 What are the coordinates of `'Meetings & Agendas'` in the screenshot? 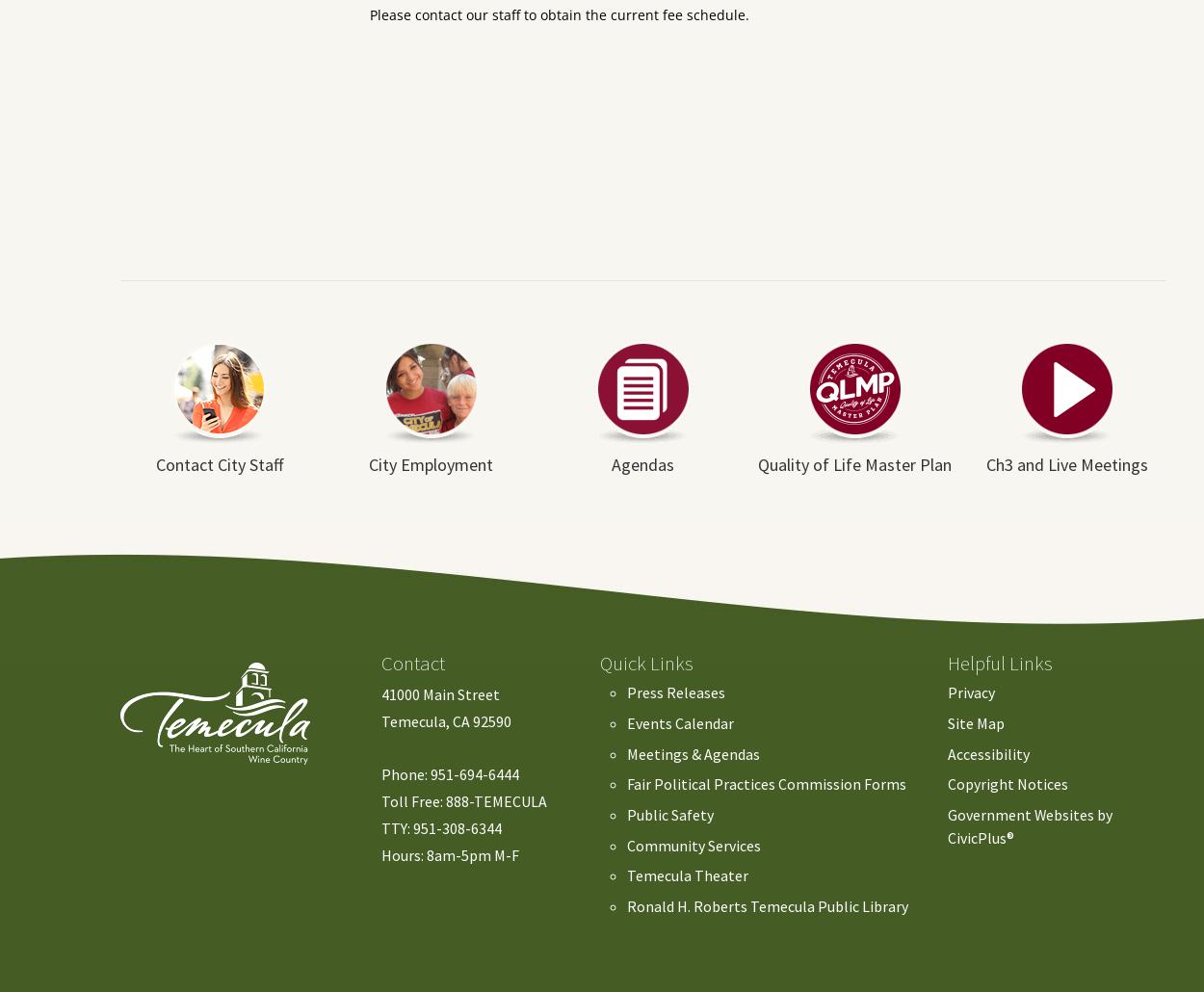 It's located at (693, 751).